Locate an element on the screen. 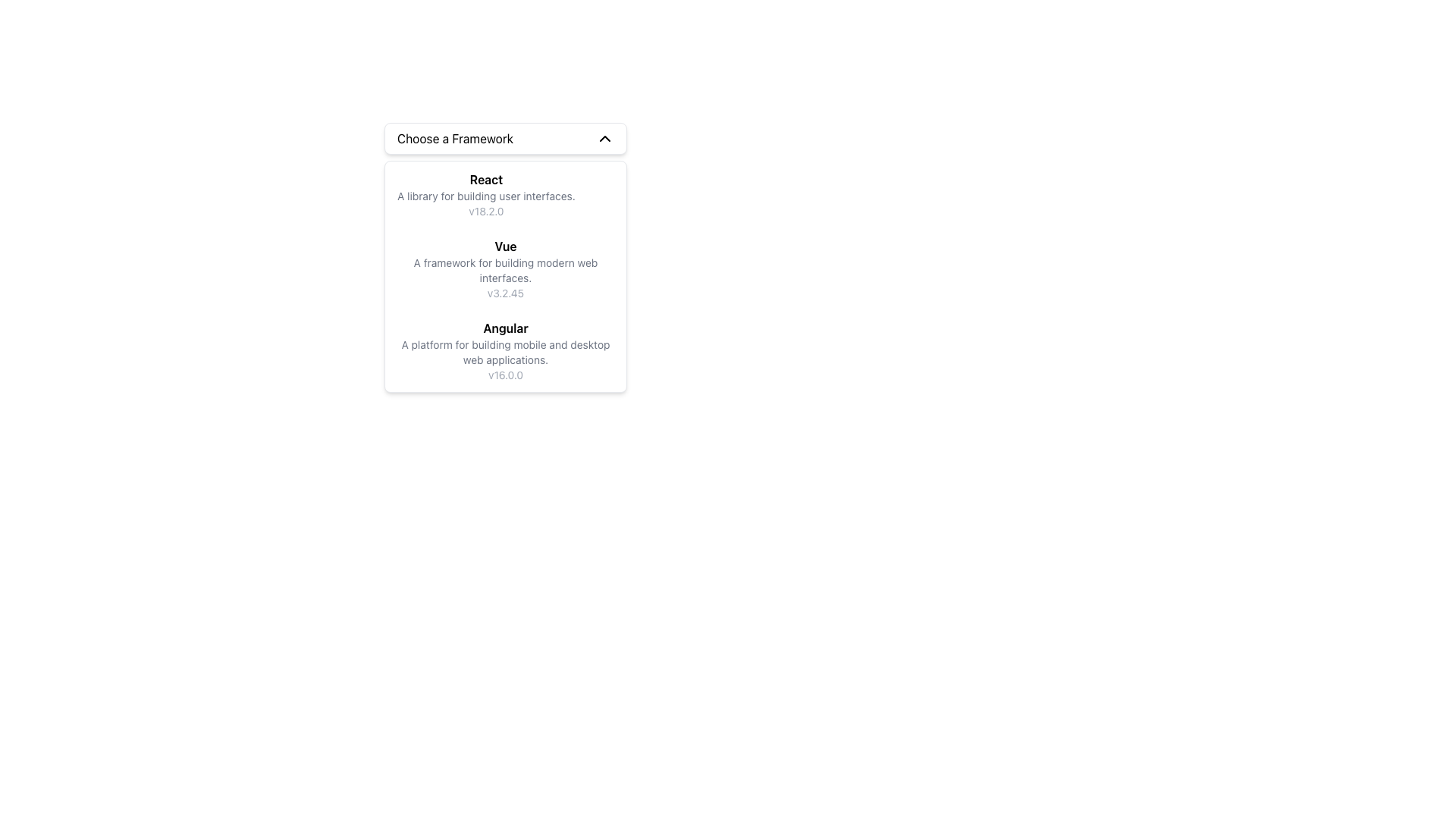 This screenshot has width=1456, height=819. the Dropdown header is located at coordinates (506, 138).